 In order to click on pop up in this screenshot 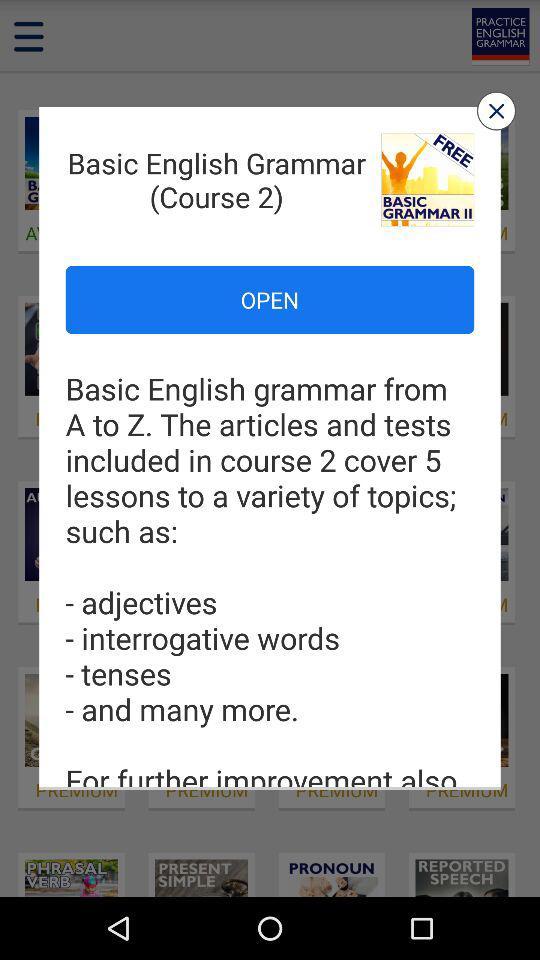, I will do `click(495, 111)`.